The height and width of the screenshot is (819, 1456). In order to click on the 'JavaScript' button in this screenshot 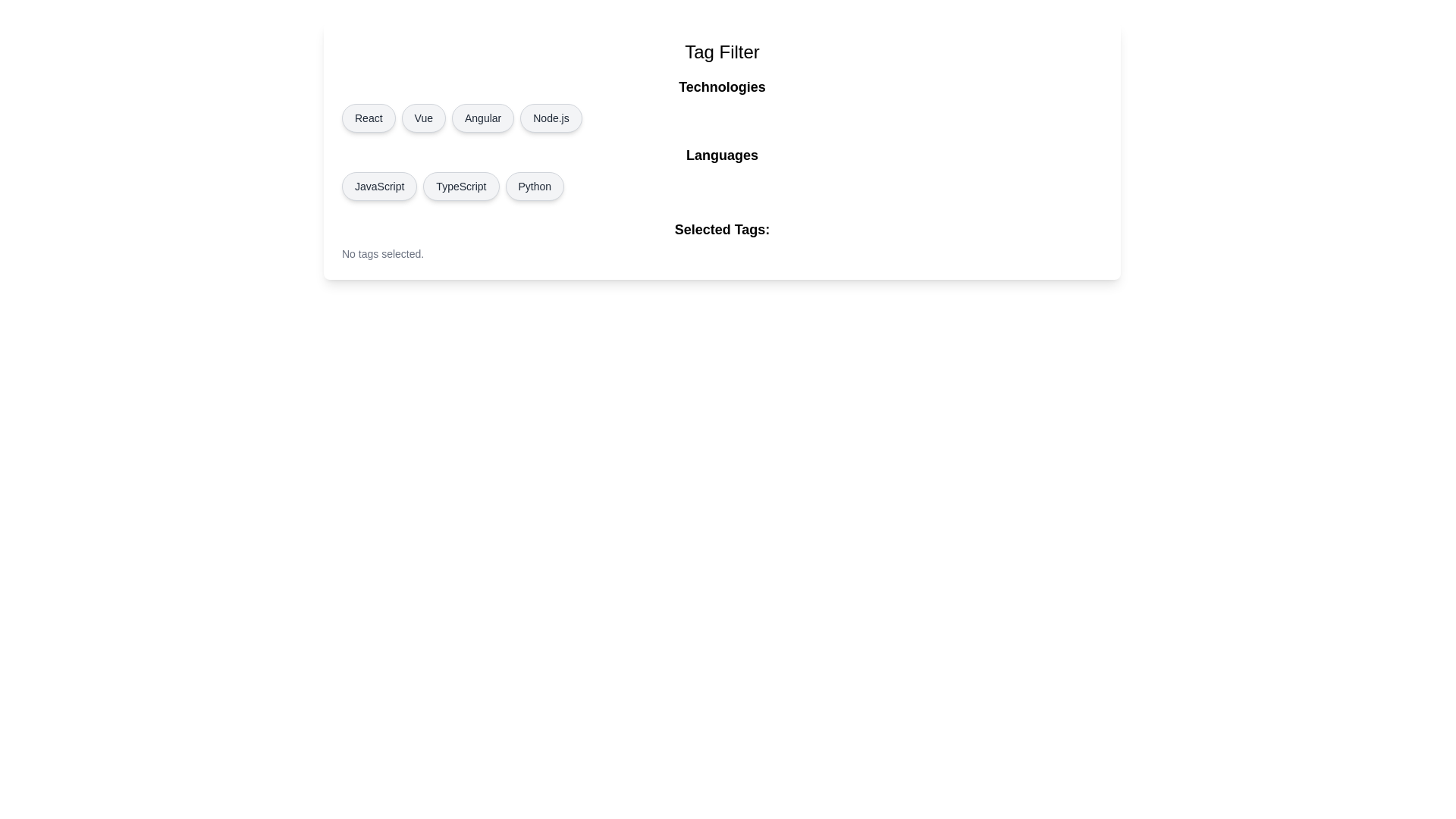, I will do `click(379, 186)`.